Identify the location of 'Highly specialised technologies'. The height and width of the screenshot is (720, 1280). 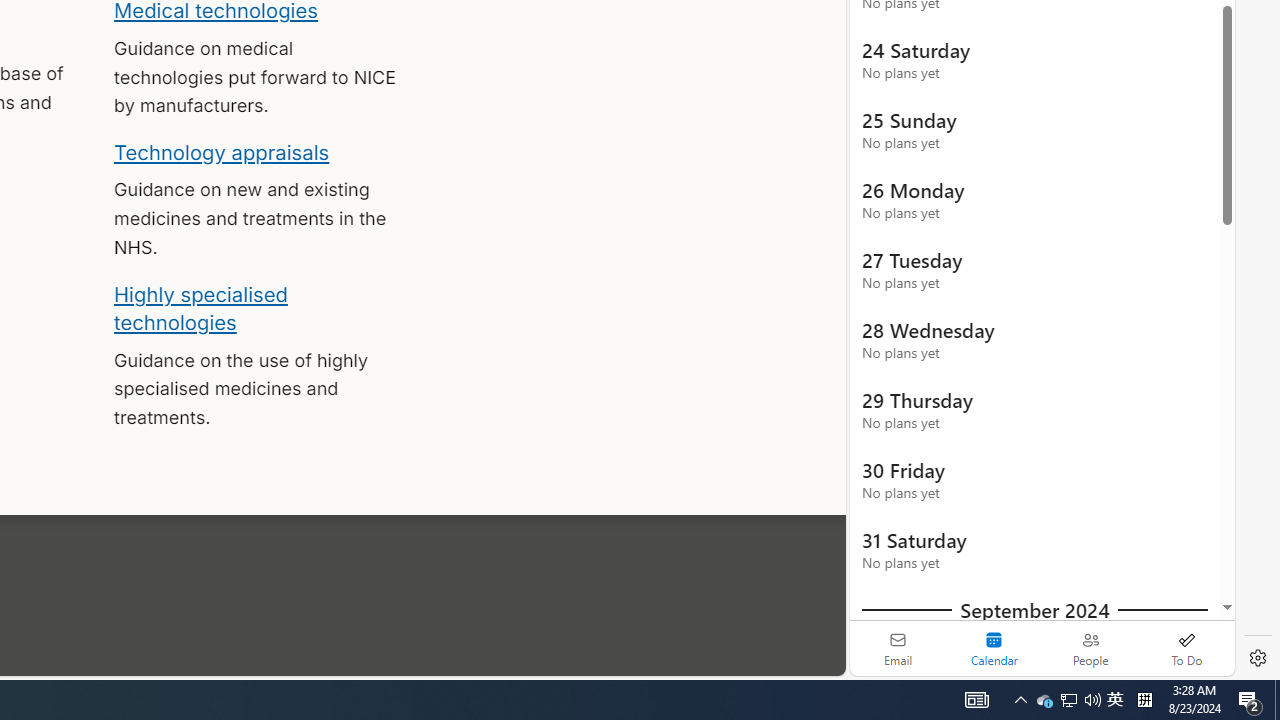
(200, 308).